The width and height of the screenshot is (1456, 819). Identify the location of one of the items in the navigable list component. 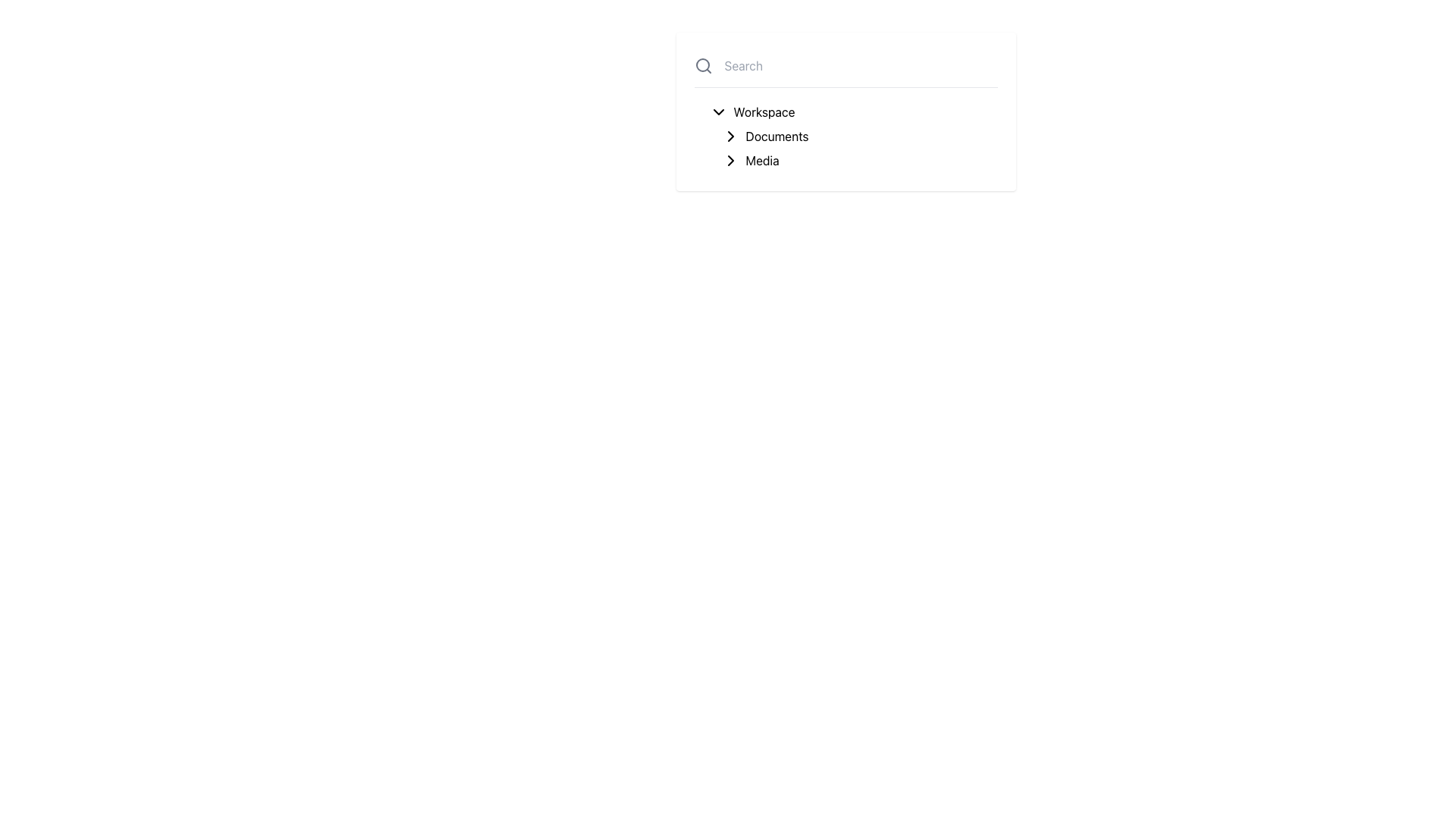
(845, 136).